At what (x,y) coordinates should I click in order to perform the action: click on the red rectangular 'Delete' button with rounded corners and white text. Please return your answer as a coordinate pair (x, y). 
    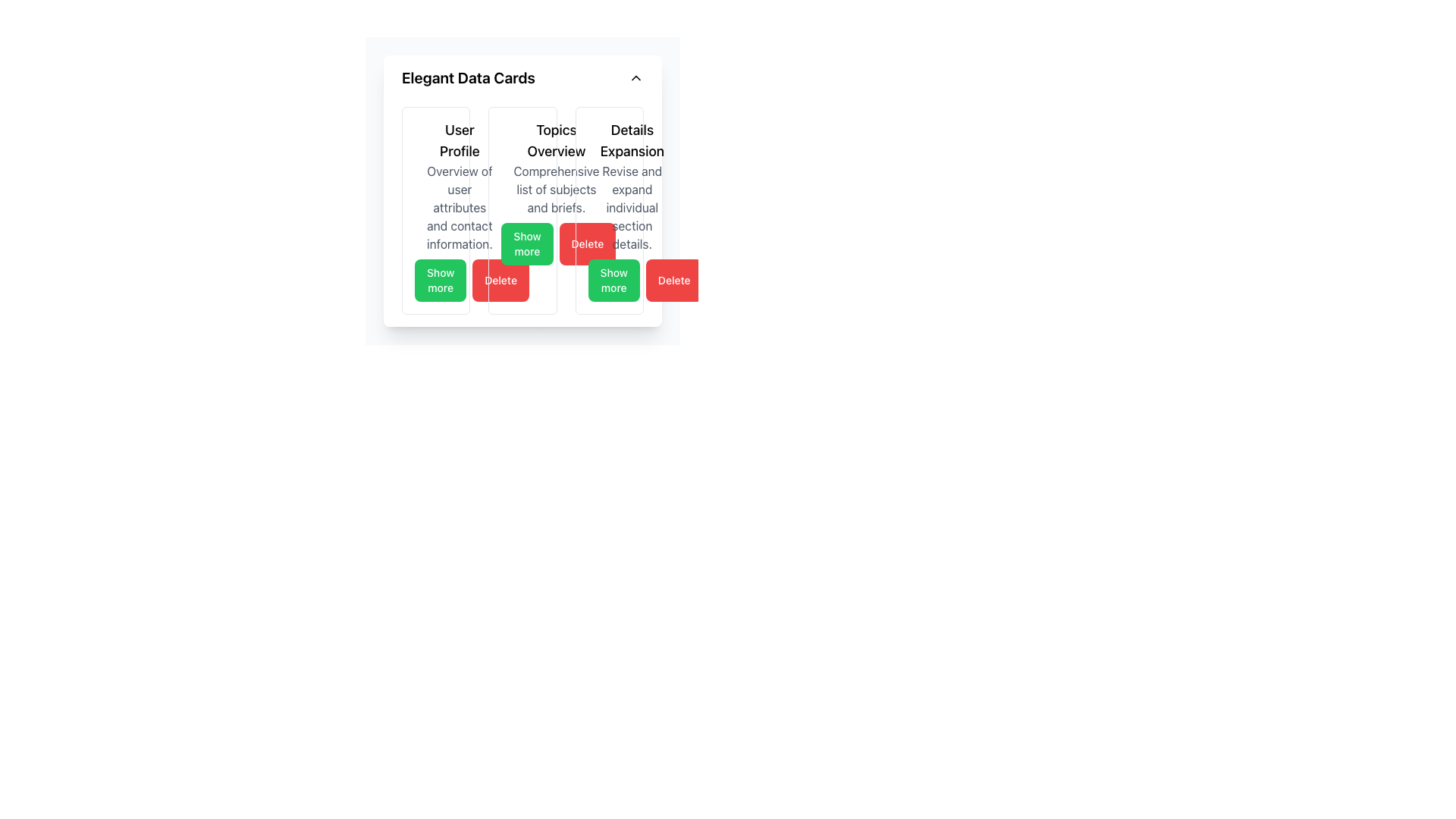
    Looking at the image, I should click on (673, 281).